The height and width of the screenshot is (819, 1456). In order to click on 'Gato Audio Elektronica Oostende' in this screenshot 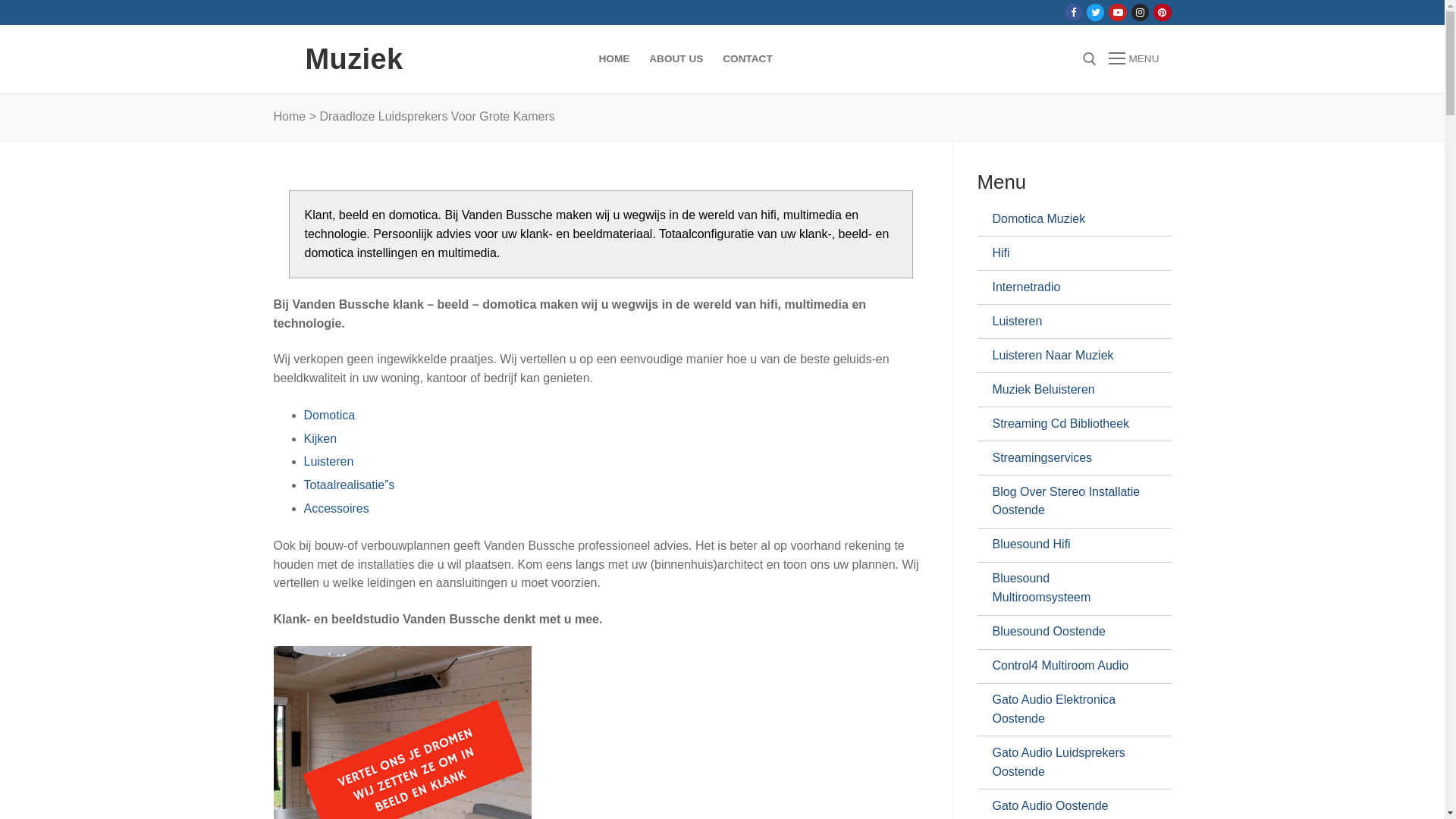, I will do `click(992, 710)`.